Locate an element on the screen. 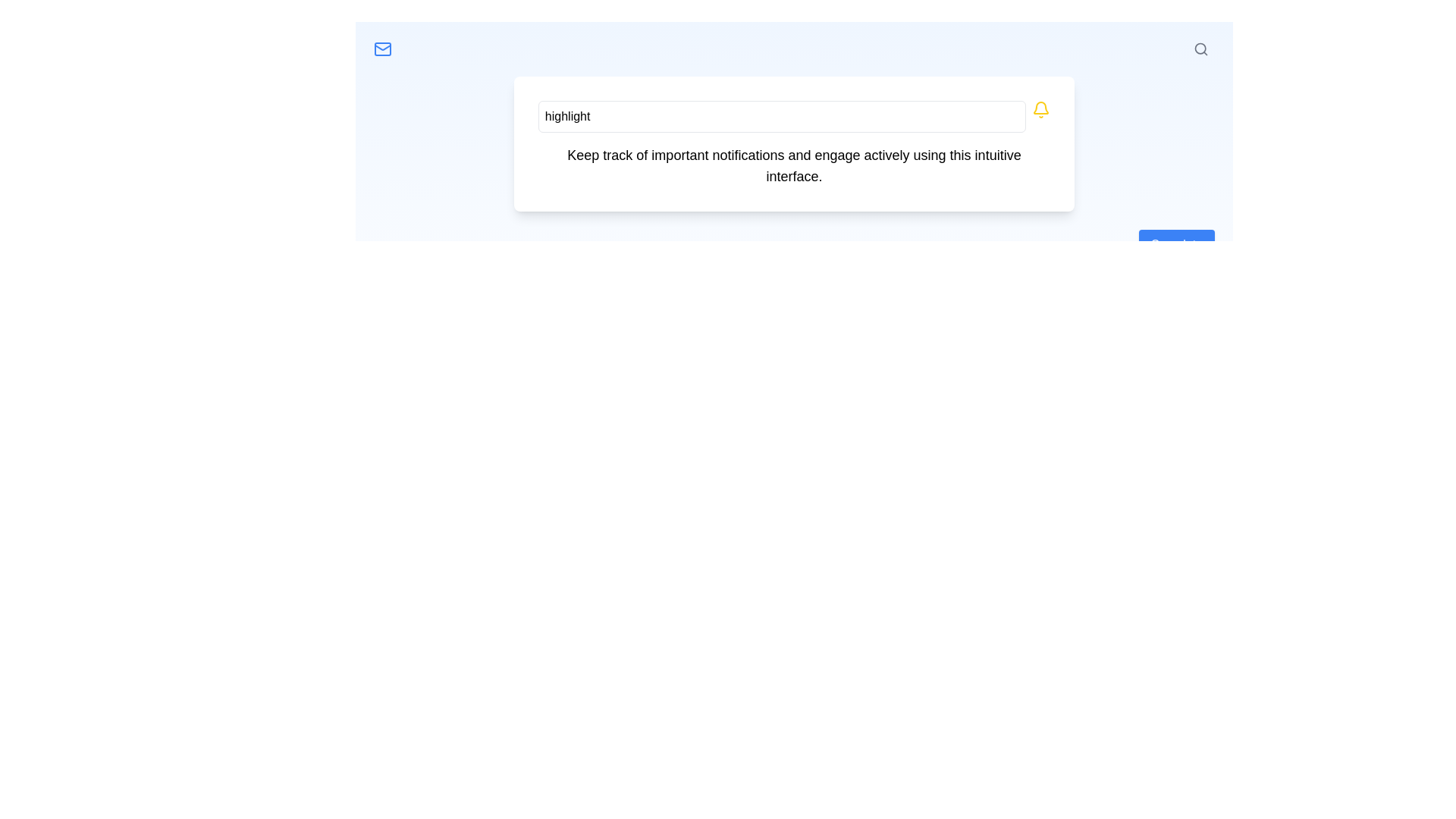 The image size is (1456, 819). the decorative graphical element, which is a rectangle within an envelope-like icon located near the top-left corner of the interface is located at coordinates (382, 49).